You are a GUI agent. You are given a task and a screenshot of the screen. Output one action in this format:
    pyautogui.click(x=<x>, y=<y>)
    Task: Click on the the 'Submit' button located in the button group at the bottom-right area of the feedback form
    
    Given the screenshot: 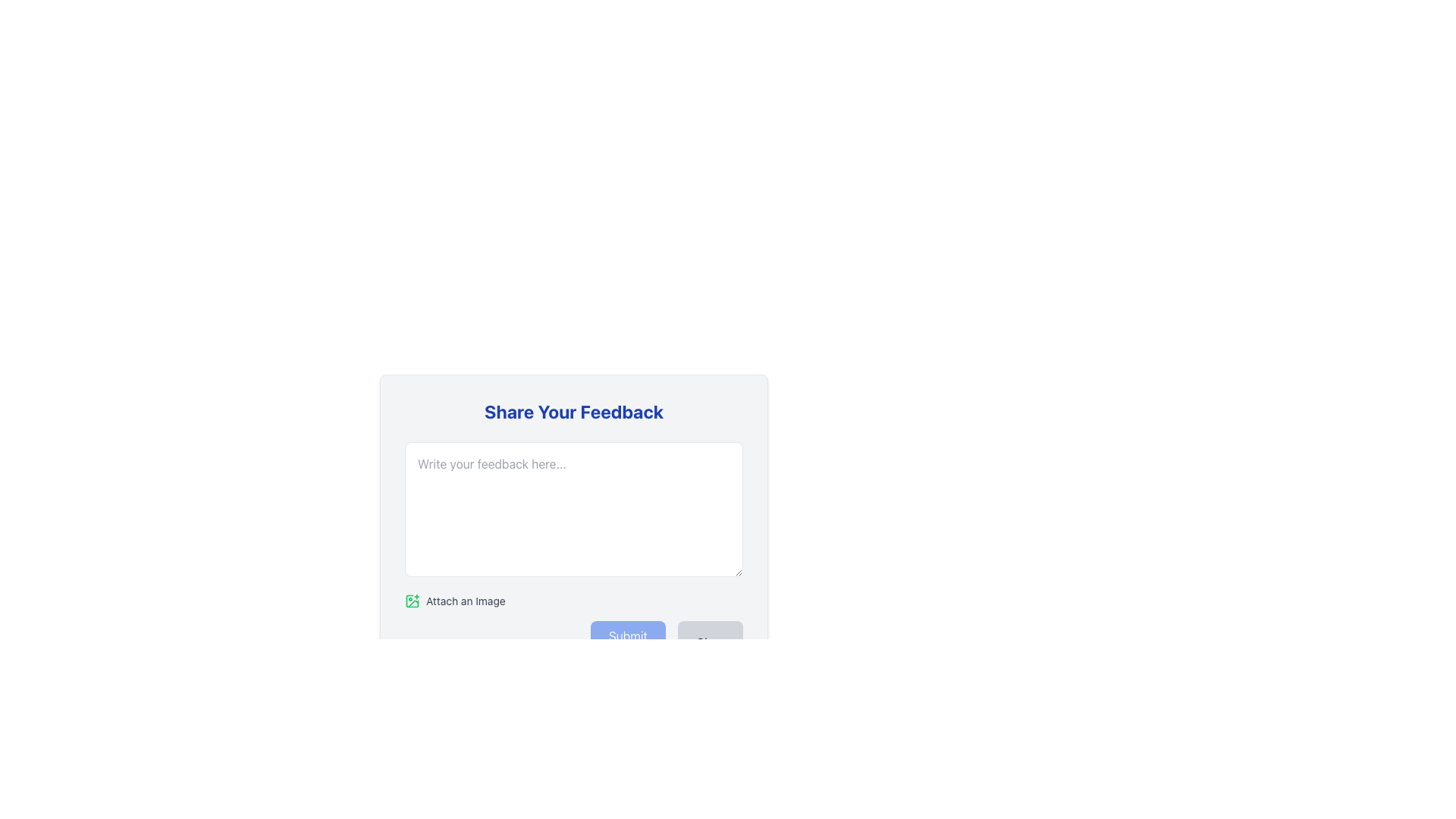 What is the action you would take?
    pyautogui.click(x=573, y=643)
    